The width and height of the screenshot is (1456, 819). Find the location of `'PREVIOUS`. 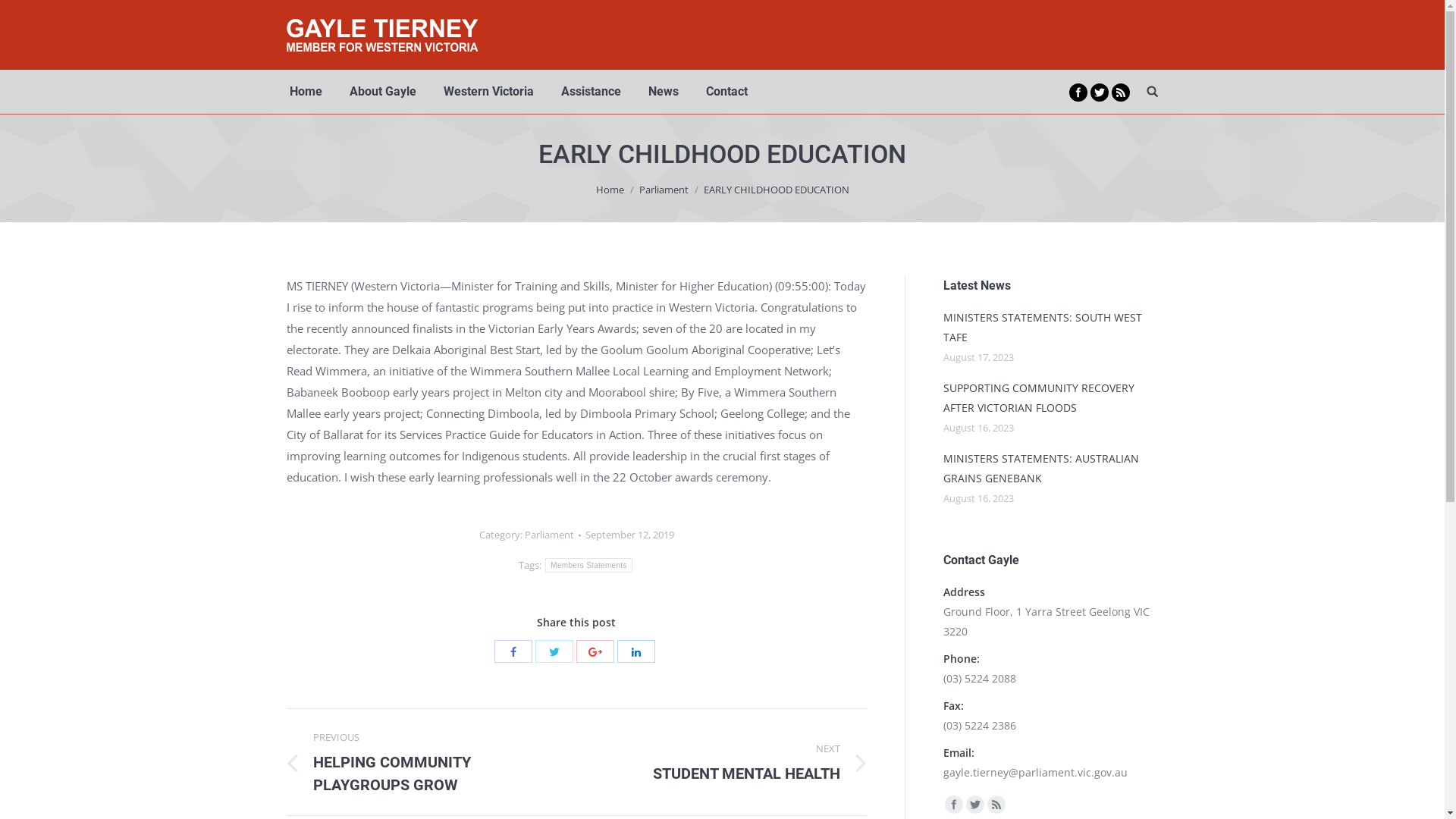

'PREVIOUS is located at coordinates (287, 762).